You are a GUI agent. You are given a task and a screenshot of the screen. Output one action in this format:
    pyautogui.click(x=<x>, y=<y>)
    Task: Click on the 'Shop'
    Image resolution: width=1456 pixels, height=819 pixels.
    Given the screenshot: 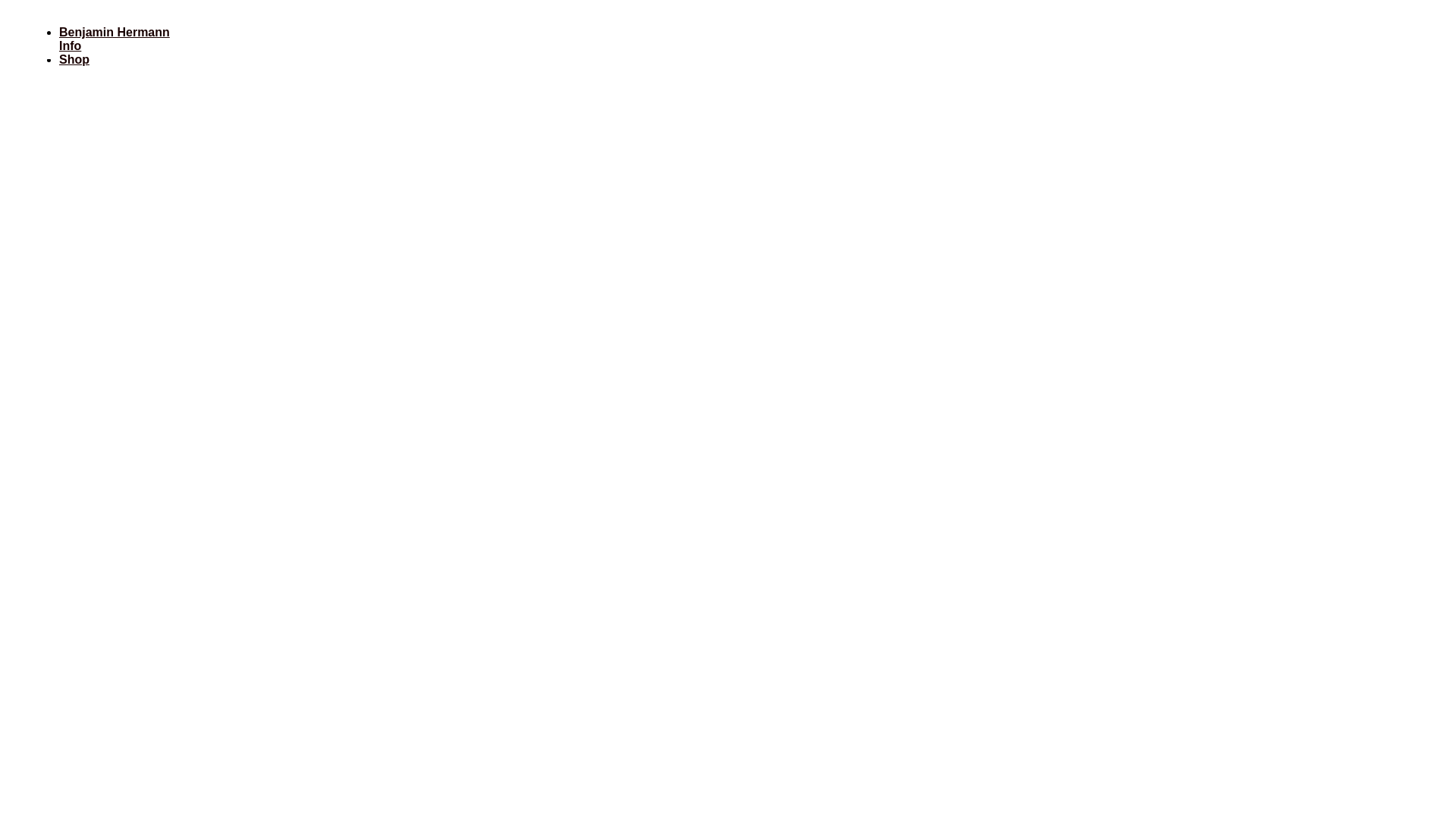 What is the action you would take?
    pyautogui.click(x=58, y=58)
    